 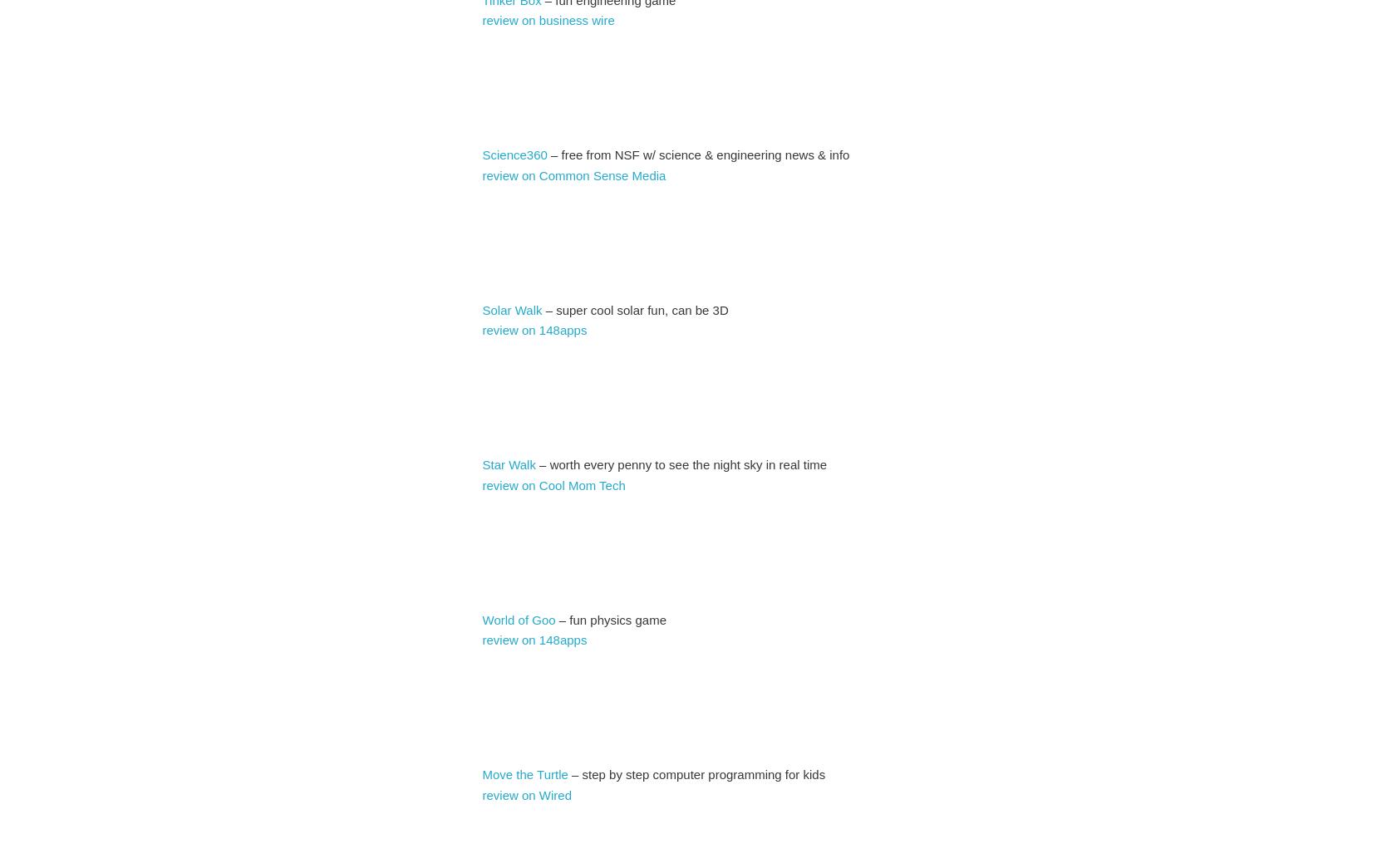 What do you see at coordinates (512, 308) in the screenshot?
I see `'Solar Walk'` at bounding box center [512, 308].